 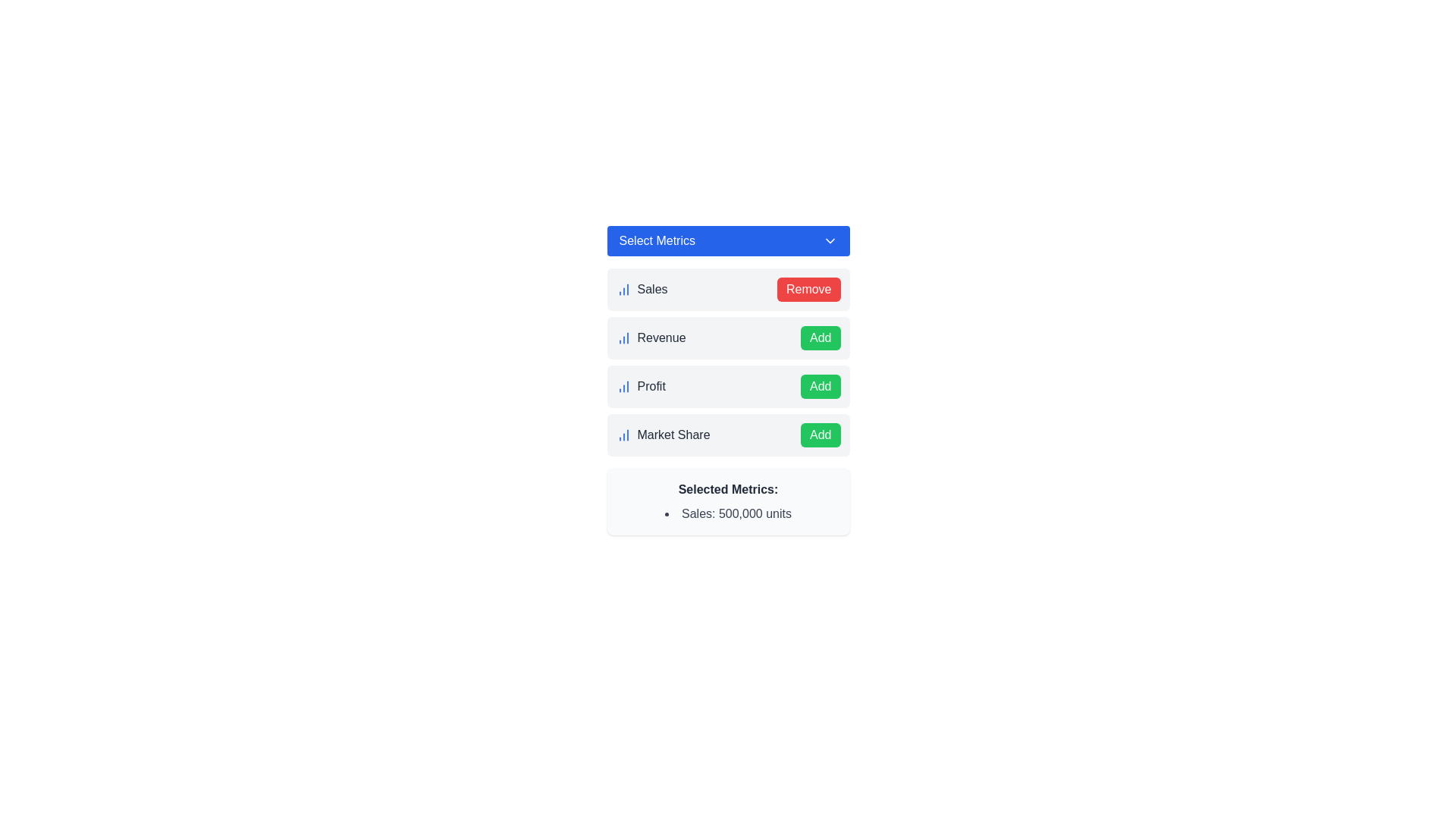 I want to click on the blue bar chart icon located to the immediate left of the 'Profit' label in the metric selection interface, so click(x=623, y=385).